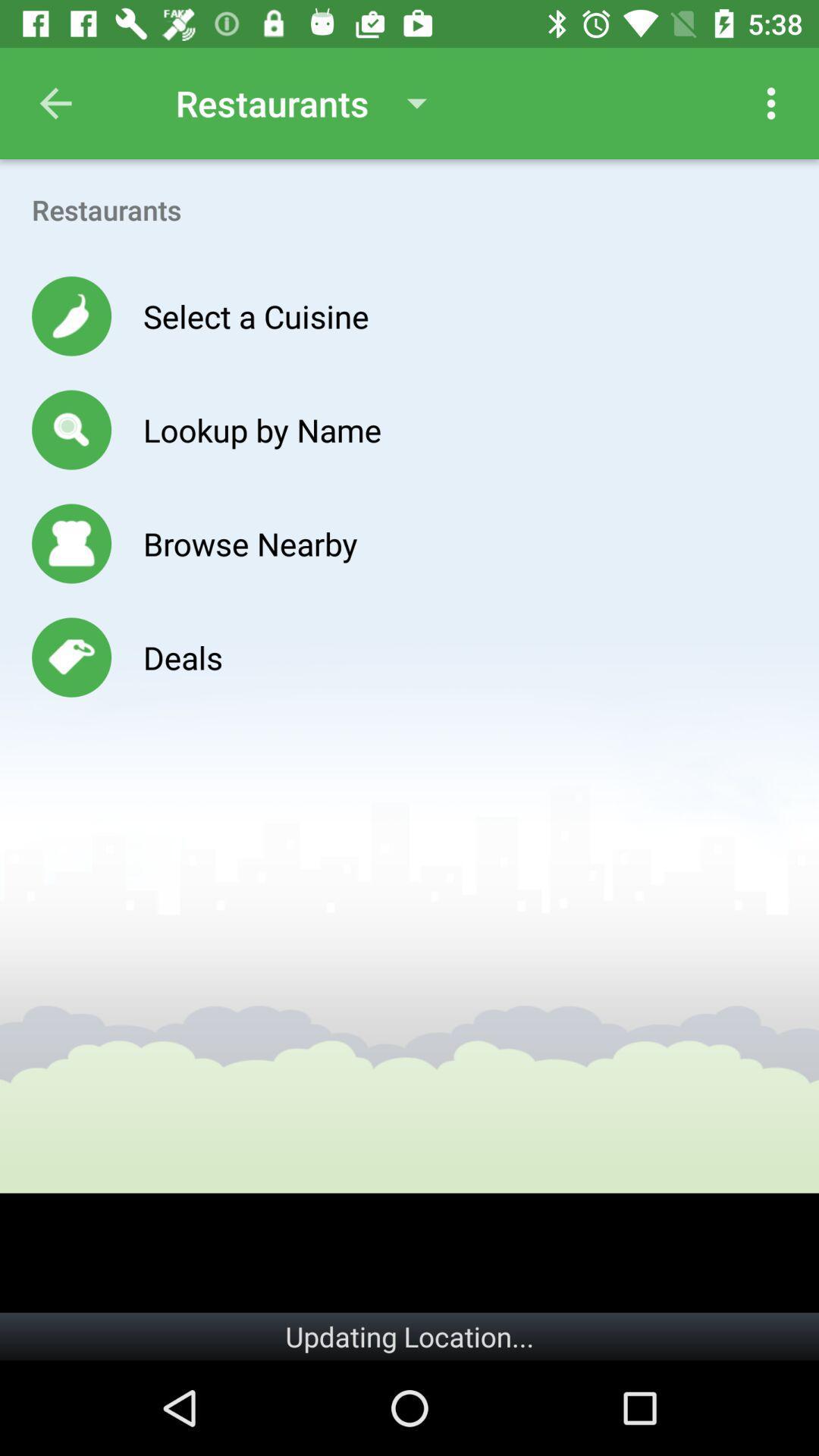 Image resolution: width=819 pixels, height=1456 pixels. What do you see at coordinates (71, 544) in the screenshot?
I see `the symbol which is to the immediate left of browse nearby` at bounding box center [71, 544].